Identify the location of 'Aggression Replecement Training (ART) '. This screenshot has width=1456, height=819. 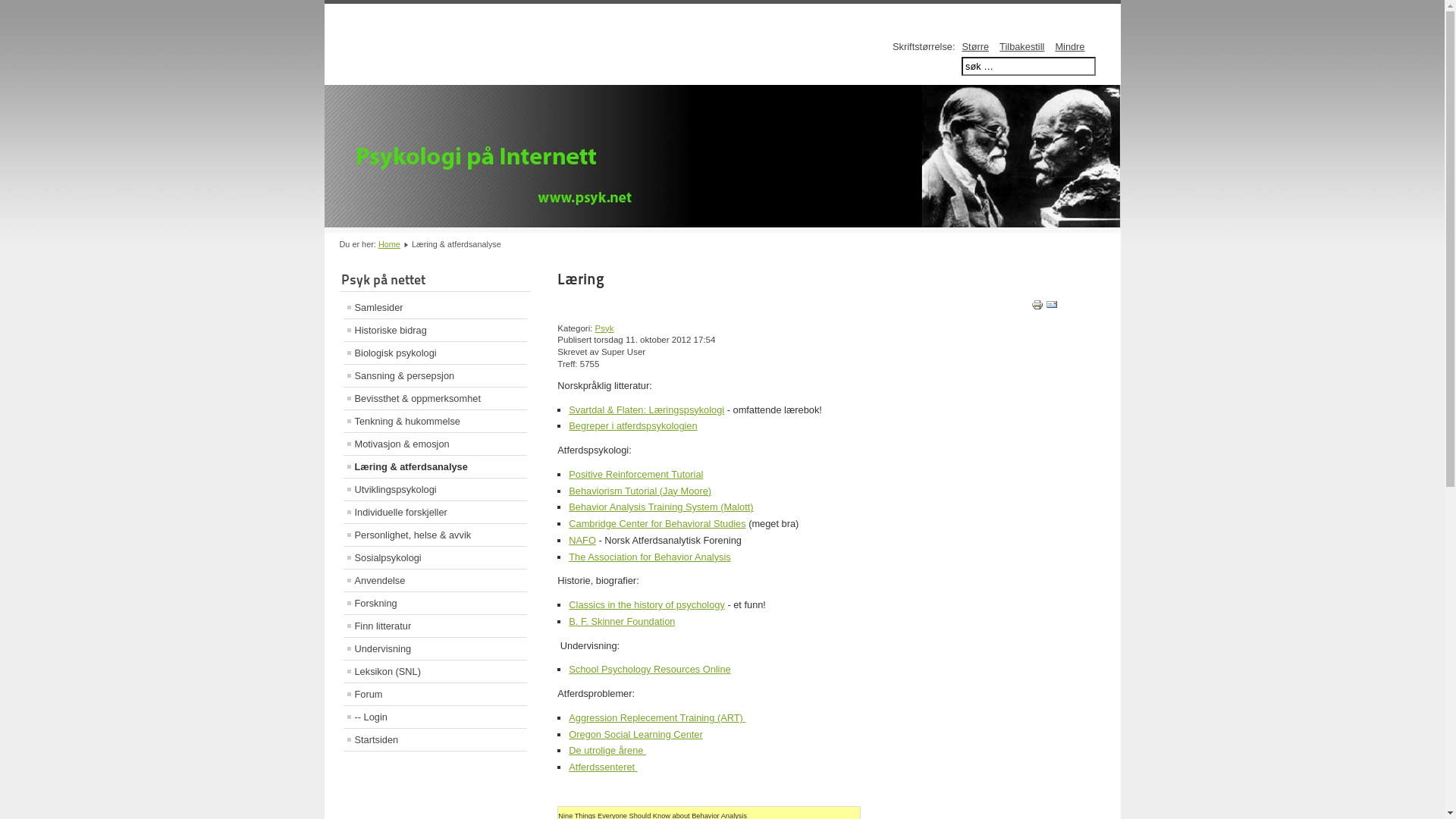
(657, 717).